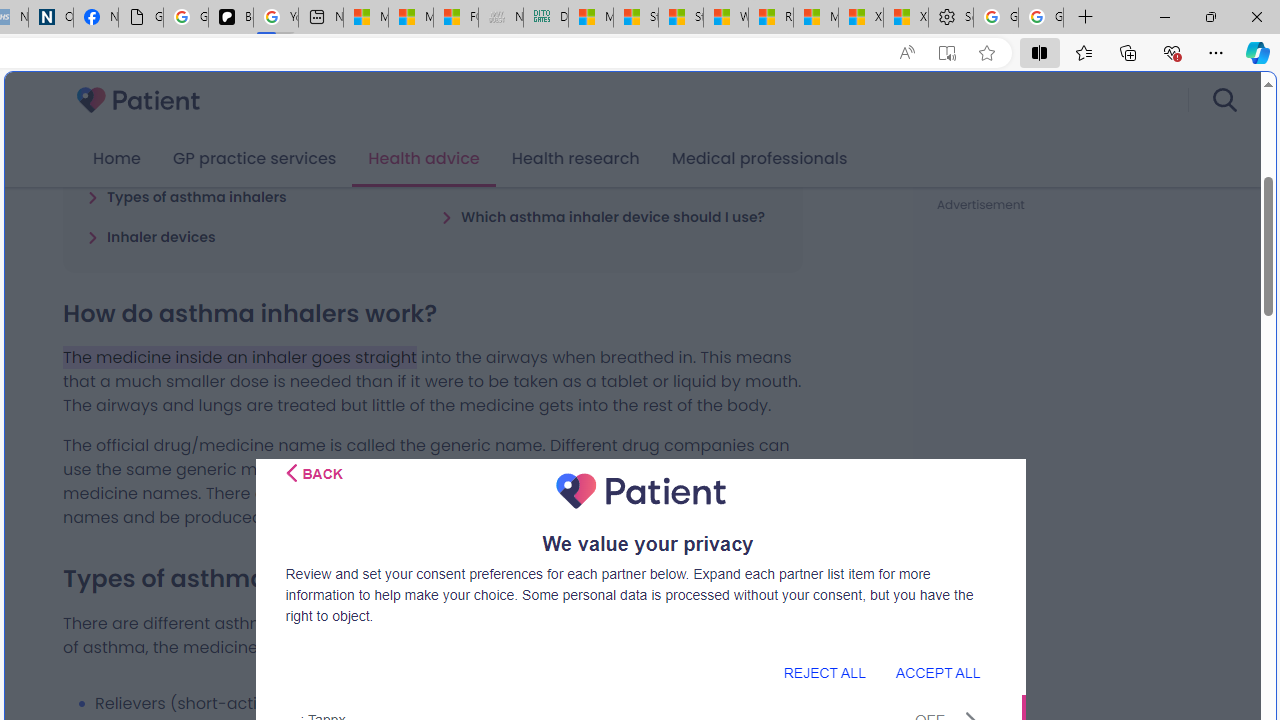 The image size is (1280, 720). I want to click on 'Be Smart | creating Science videos | Patreon', so click(231, 17).